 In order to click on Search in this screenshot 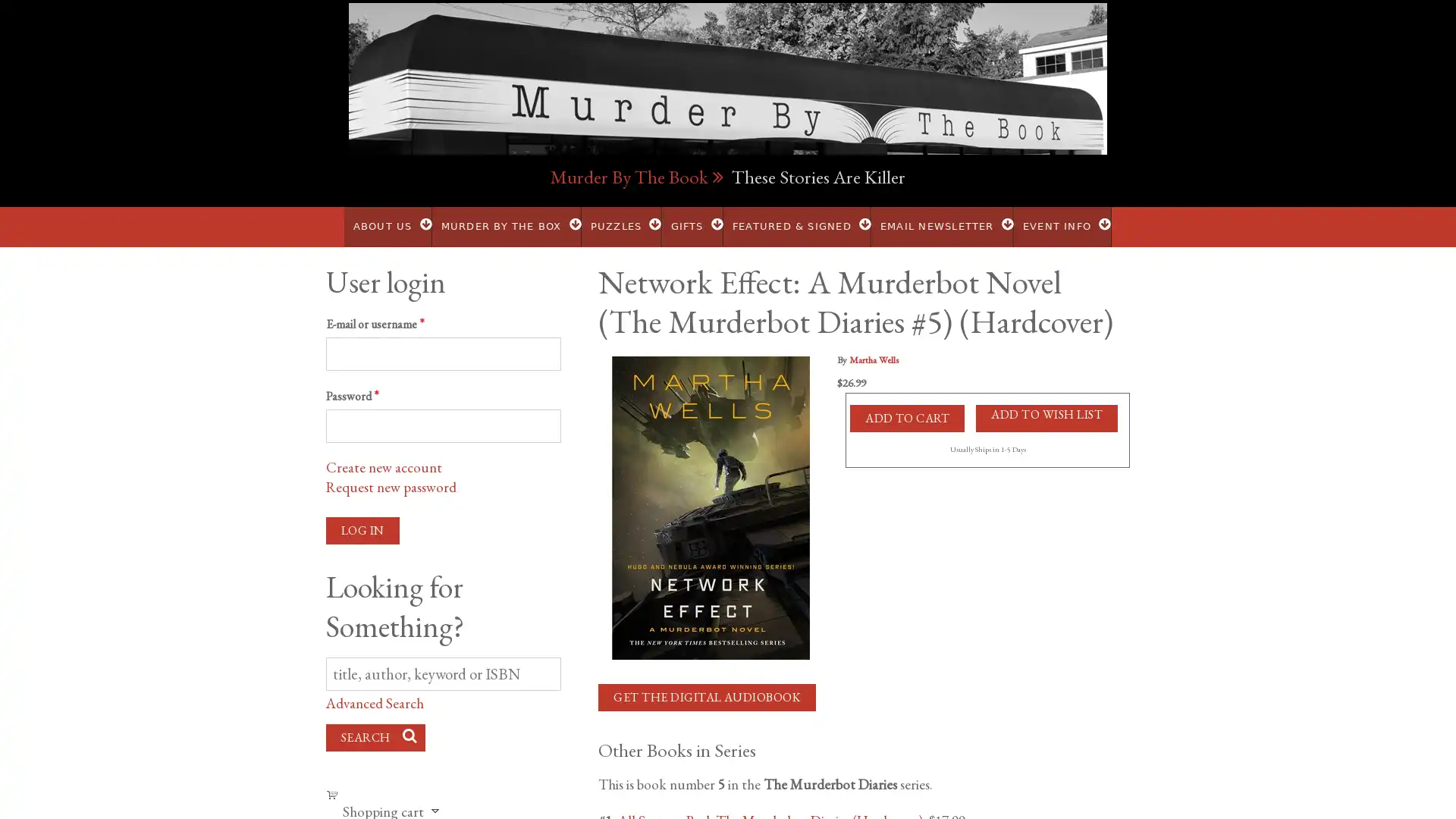, I will do `click(375, 768)`.